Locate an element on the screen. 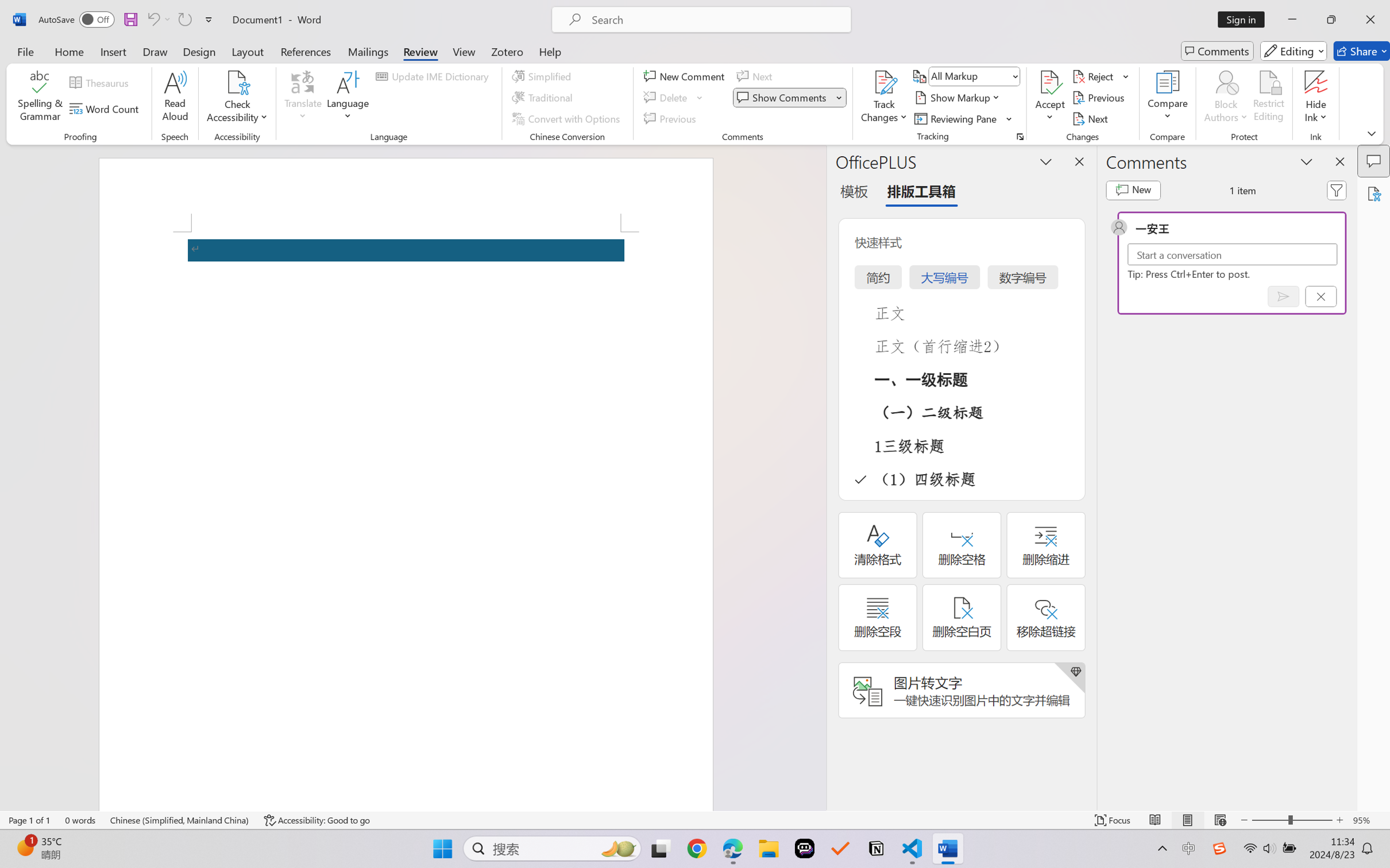  'Simplified' is located at coordinates (542, 75).